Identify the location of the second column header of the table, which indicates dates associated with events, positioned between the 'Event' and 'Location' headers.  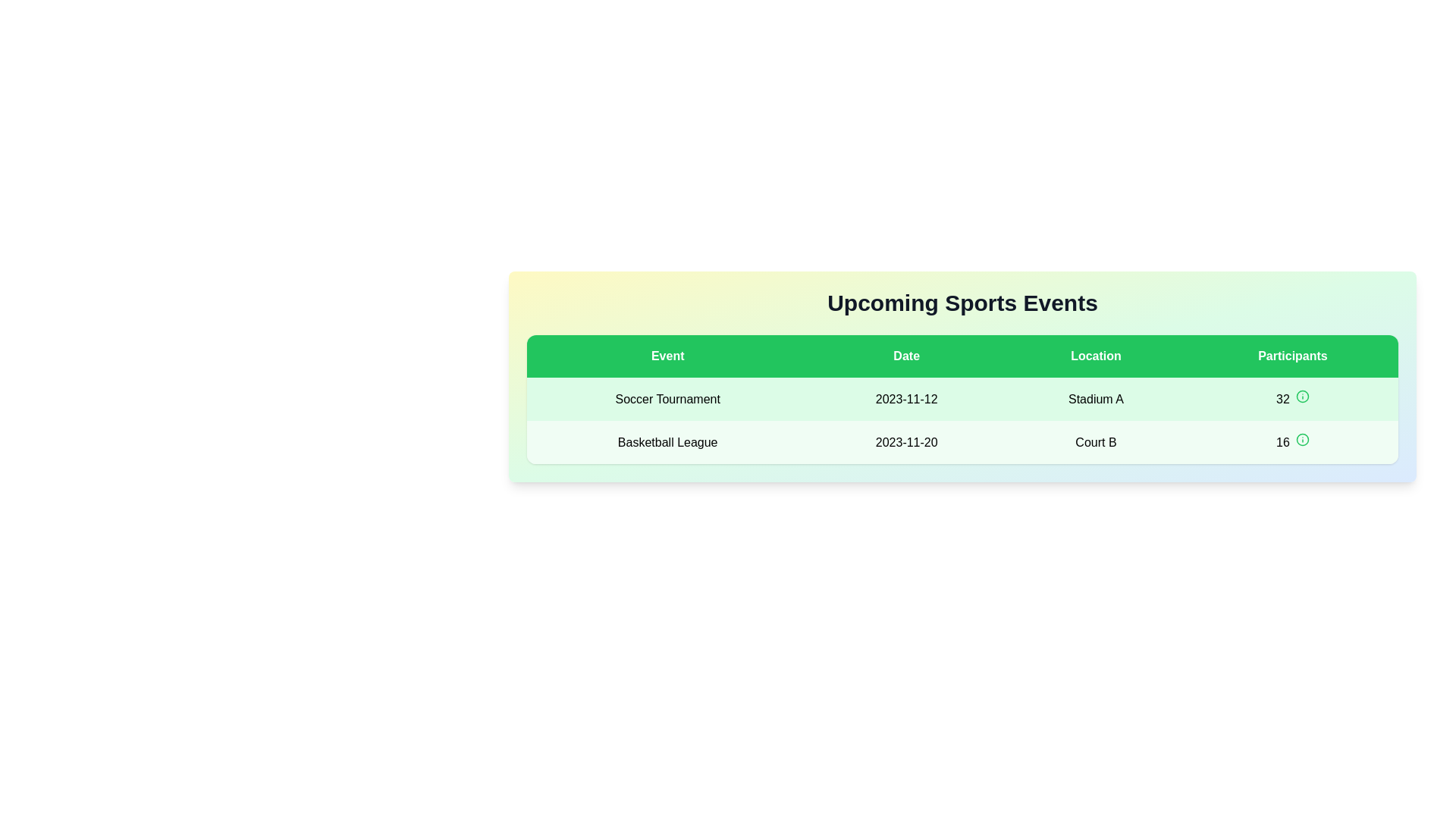
(906, 356).